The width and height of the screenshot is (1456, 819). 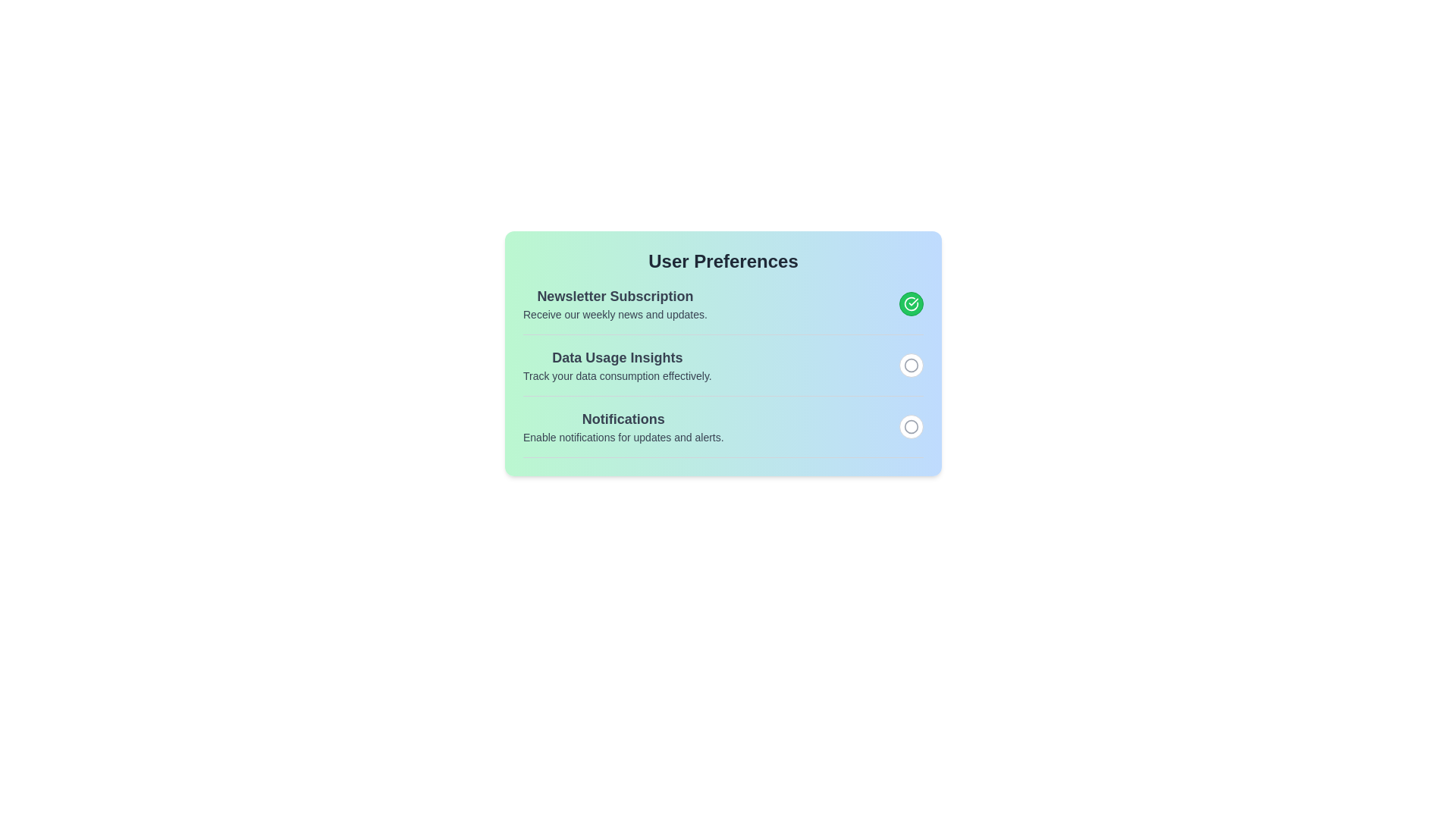 I want to click on the informational section indicating the subscription status under 'User Preferences', so click(x=723, y=304).